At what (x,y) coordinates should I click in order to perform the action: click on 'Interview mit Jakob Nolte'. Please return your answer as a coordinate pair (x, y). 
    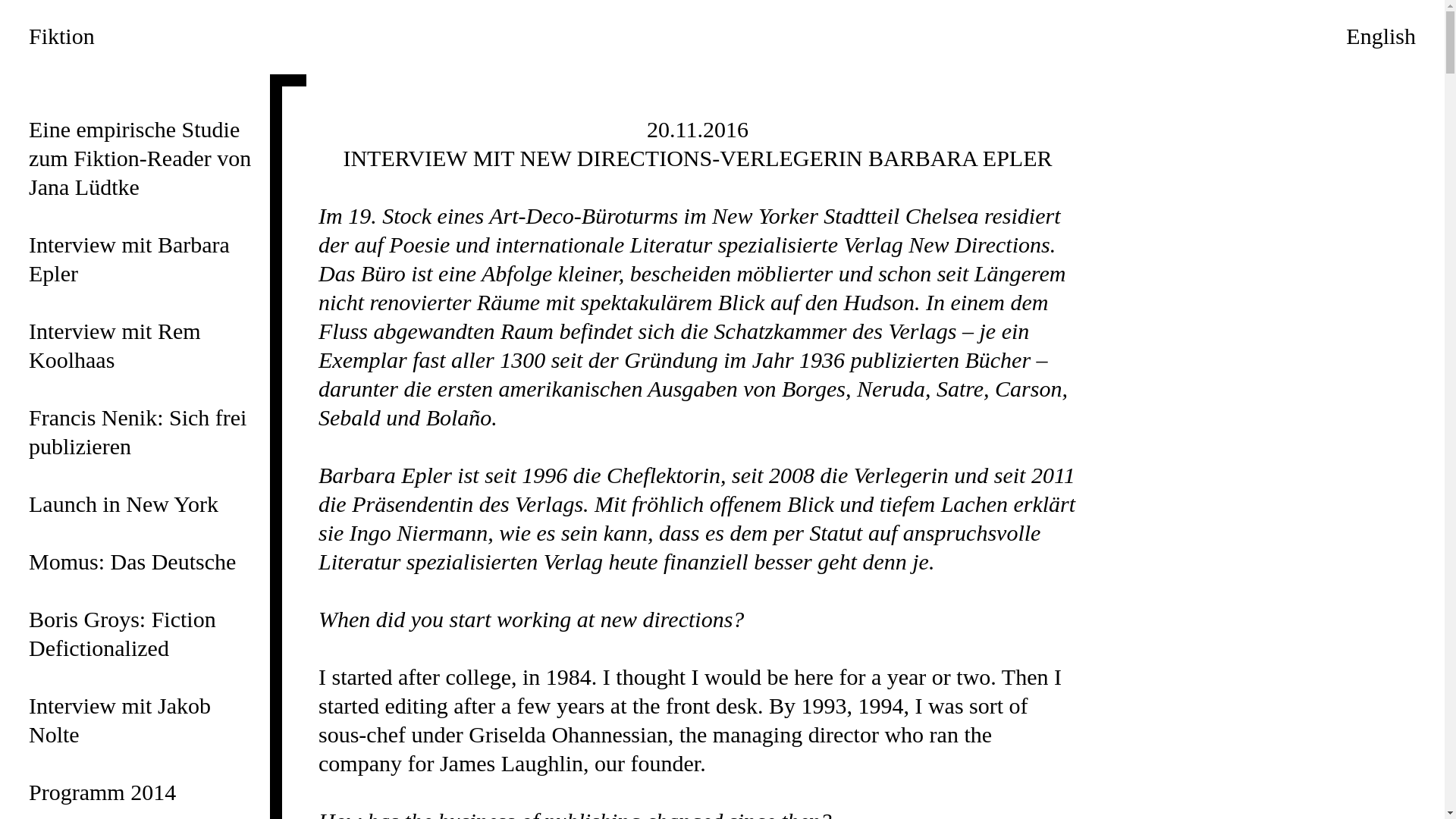
    Looking at the image, I should click on (29, 719).